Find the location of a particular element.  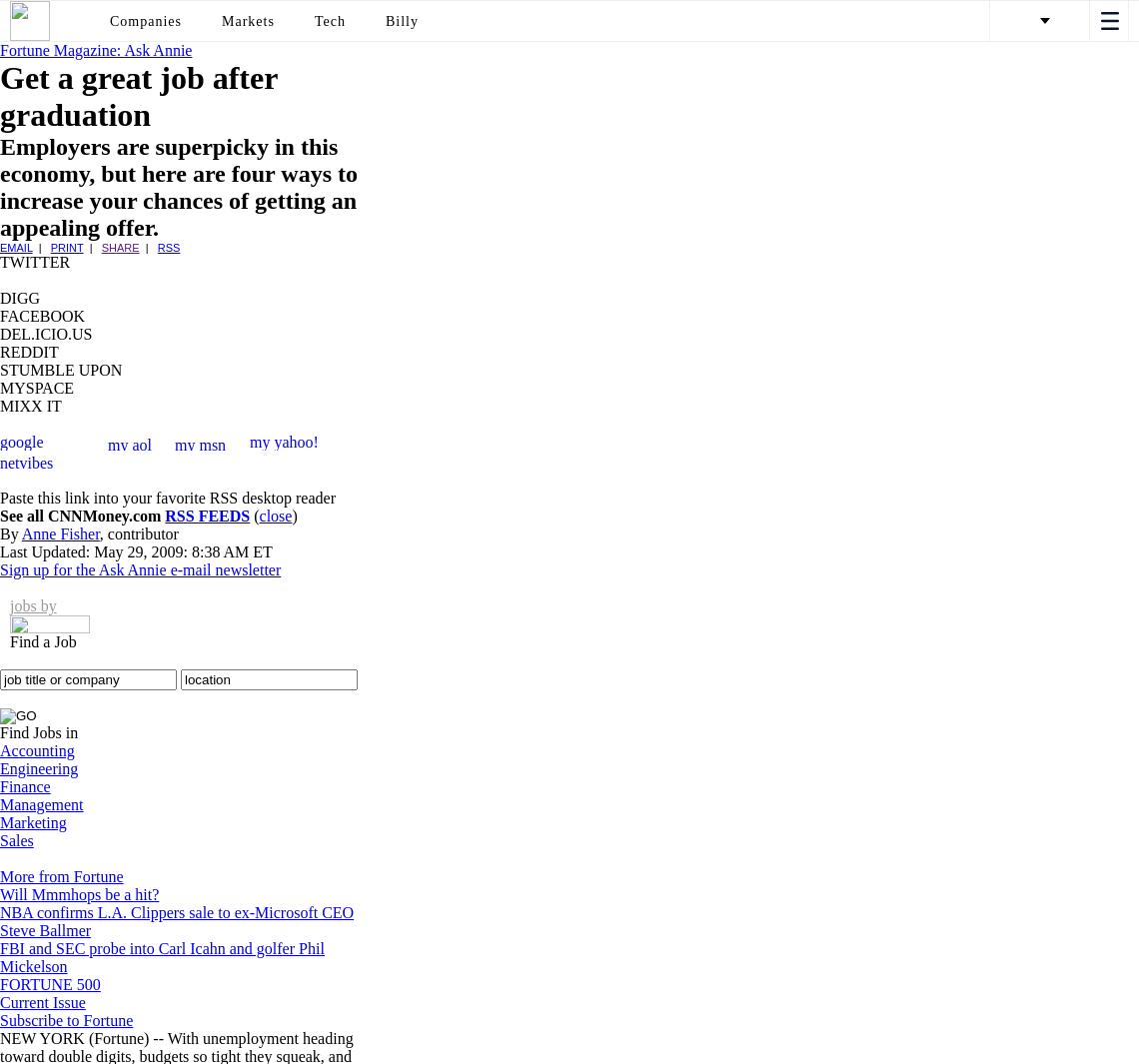

'REDDIT' is located at coordinates (0, 351).